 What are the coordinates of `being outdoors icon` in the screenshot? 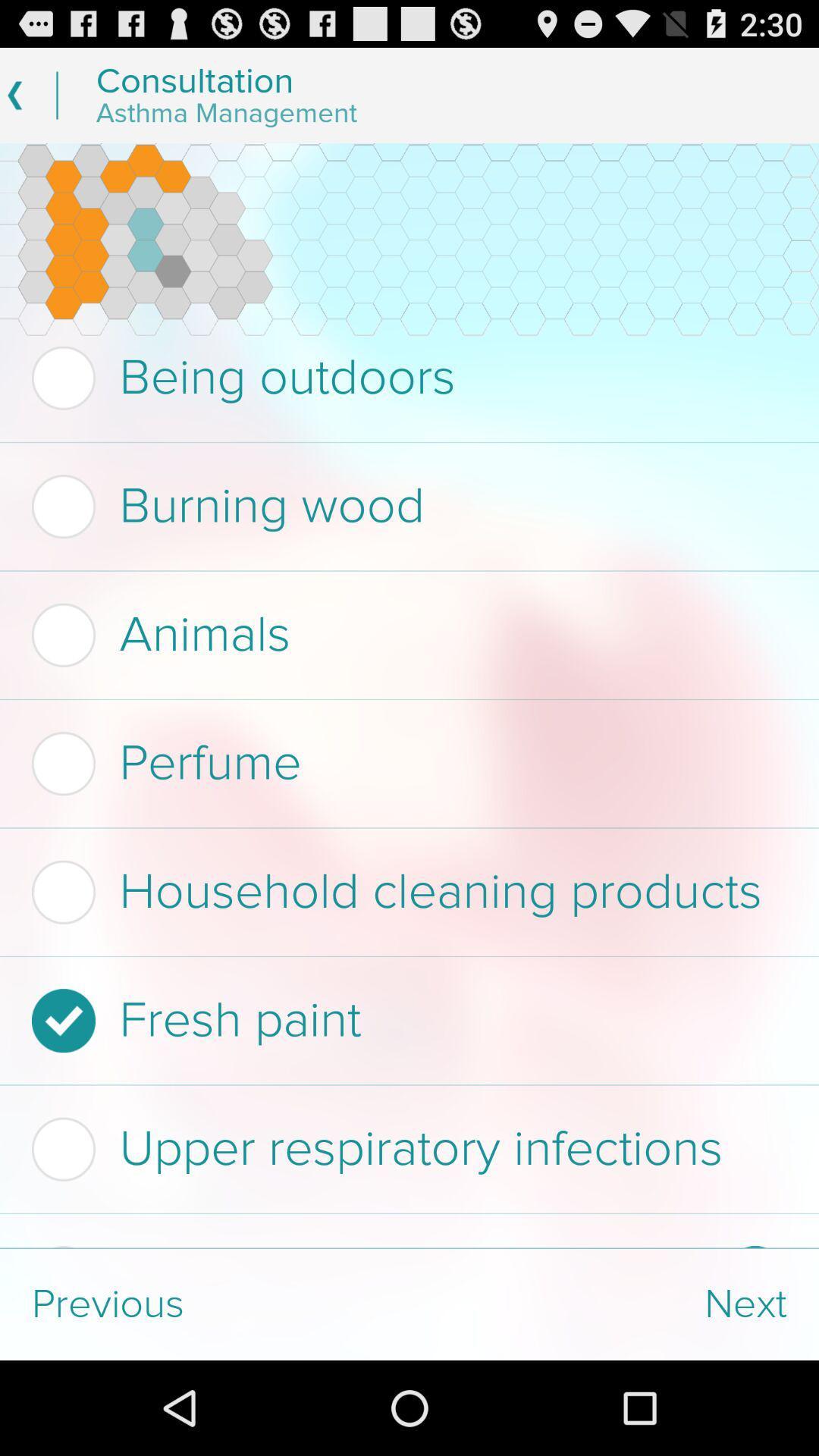 It's located at (404, 378).